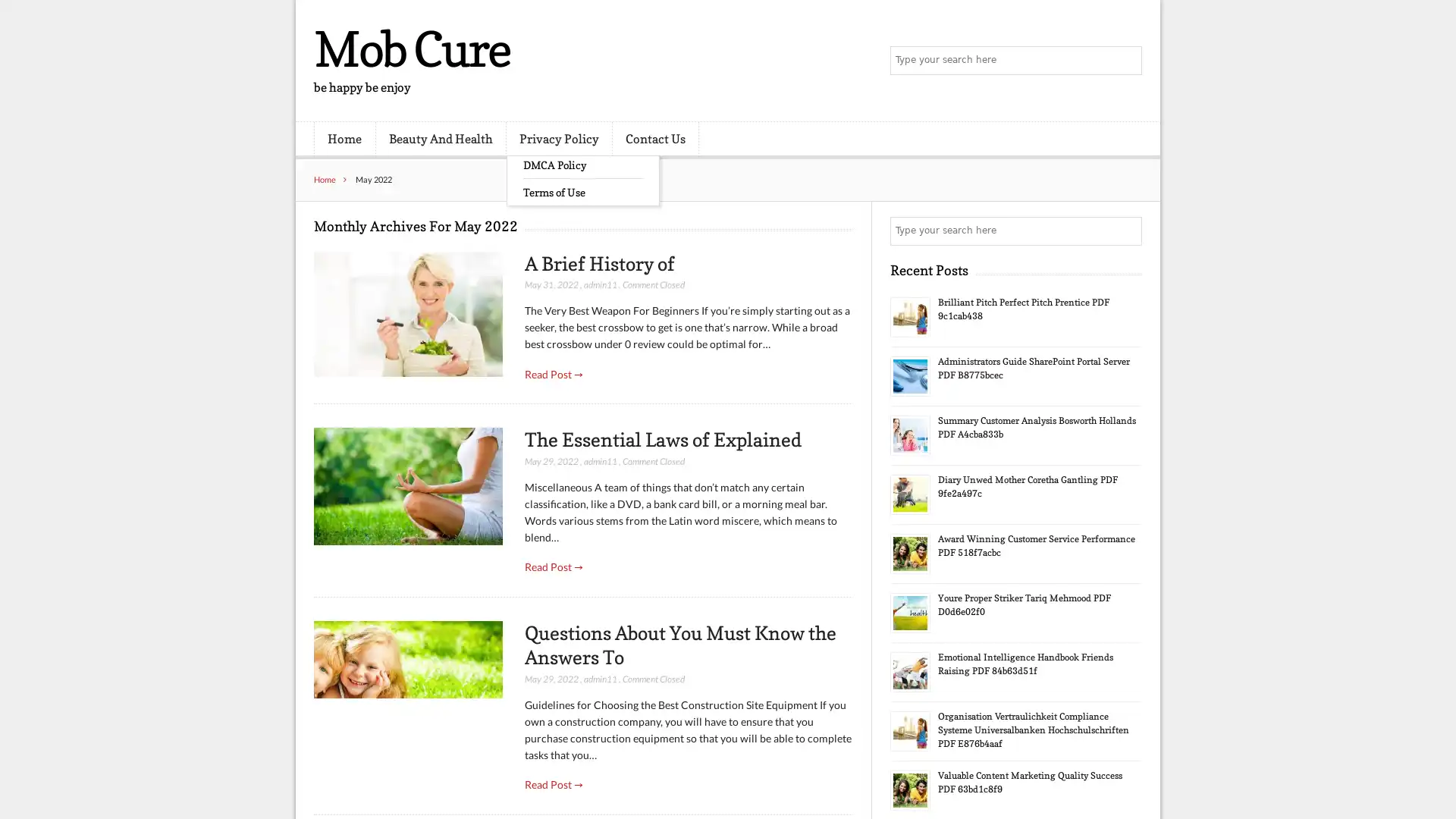 The image size is (1456, 819). Describe the element at coordinates (1126, 61) in the screenshot. I see `Search` at that location.